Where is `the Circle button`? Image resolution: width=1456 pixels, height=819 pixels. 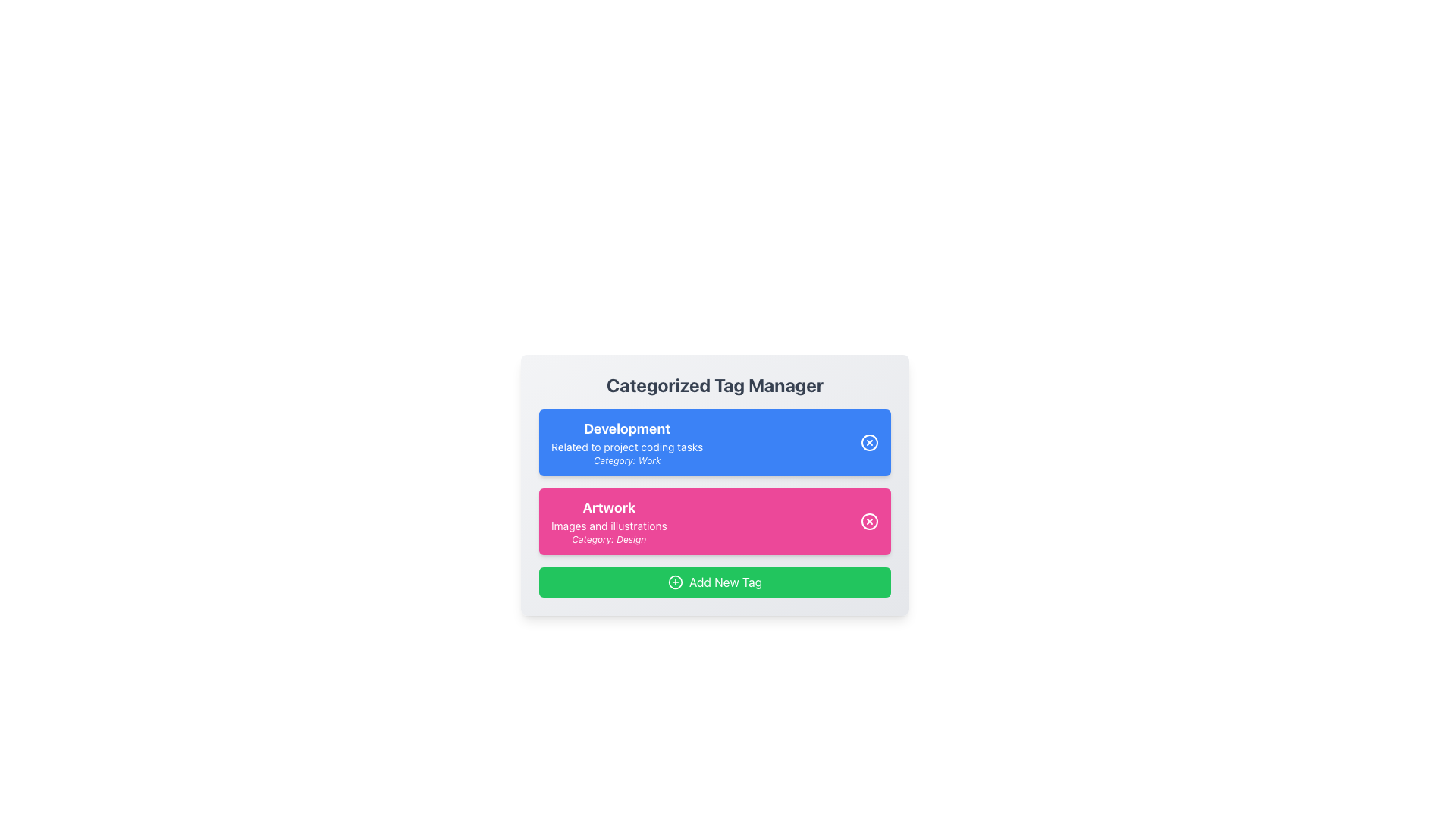
the Circle button is located at coordinates (870, 520).